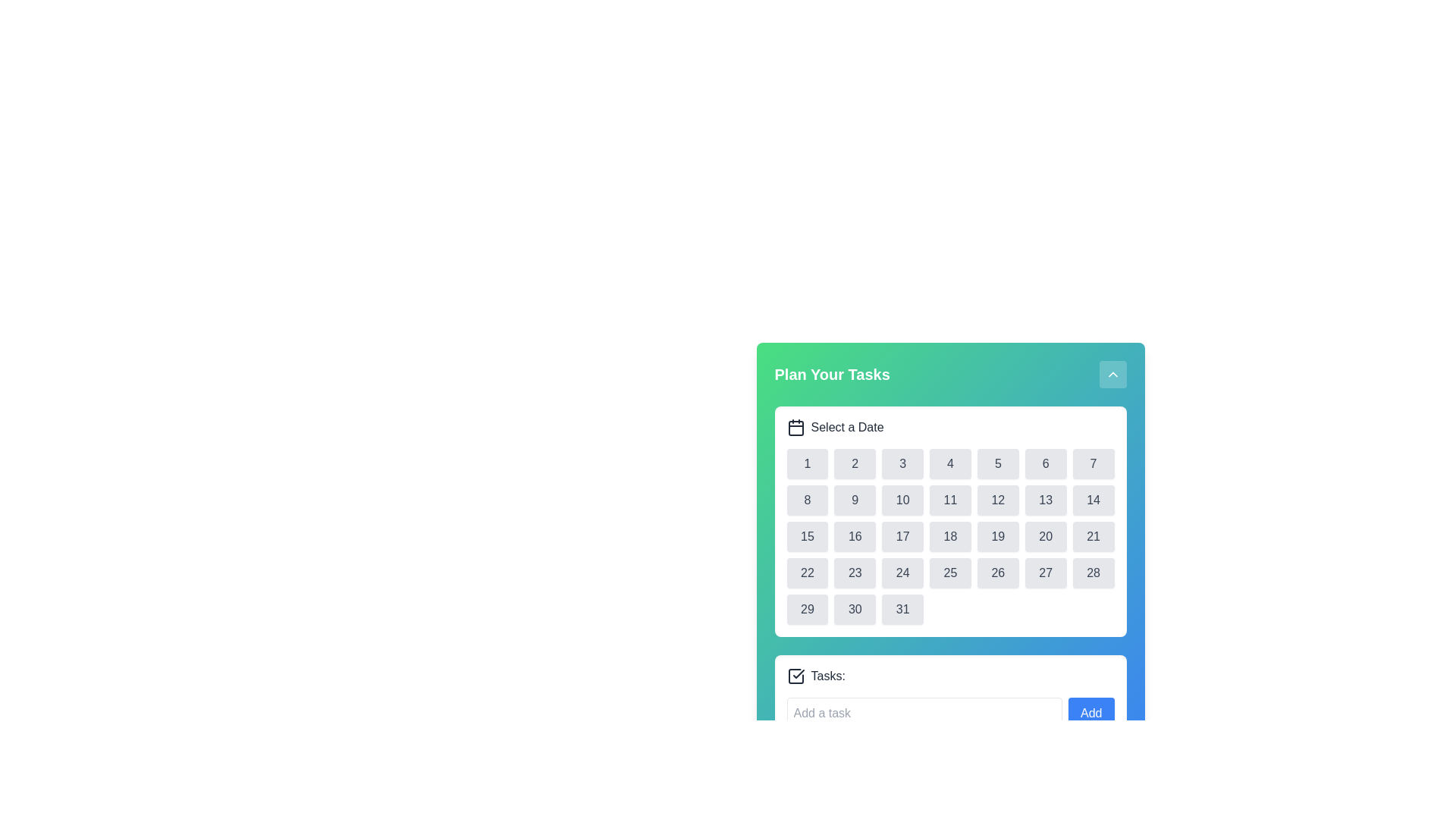 The image size is (1456, 819). What do you see at coordinates (806, 608) in the screenshot?
I see `the clickable calendar date tile representing the 29th day, located` at bounding box center [806, 608].